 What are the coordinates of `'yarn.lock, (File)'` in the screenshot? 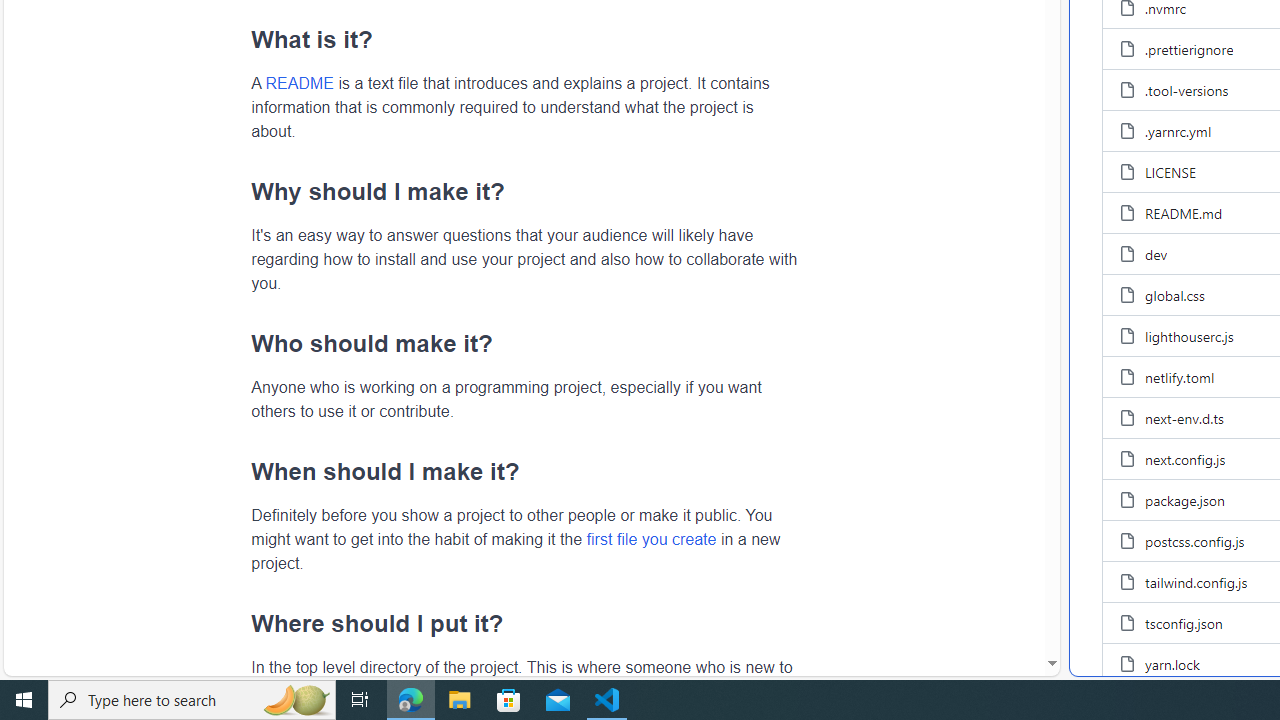 It's located at (1173, 663).